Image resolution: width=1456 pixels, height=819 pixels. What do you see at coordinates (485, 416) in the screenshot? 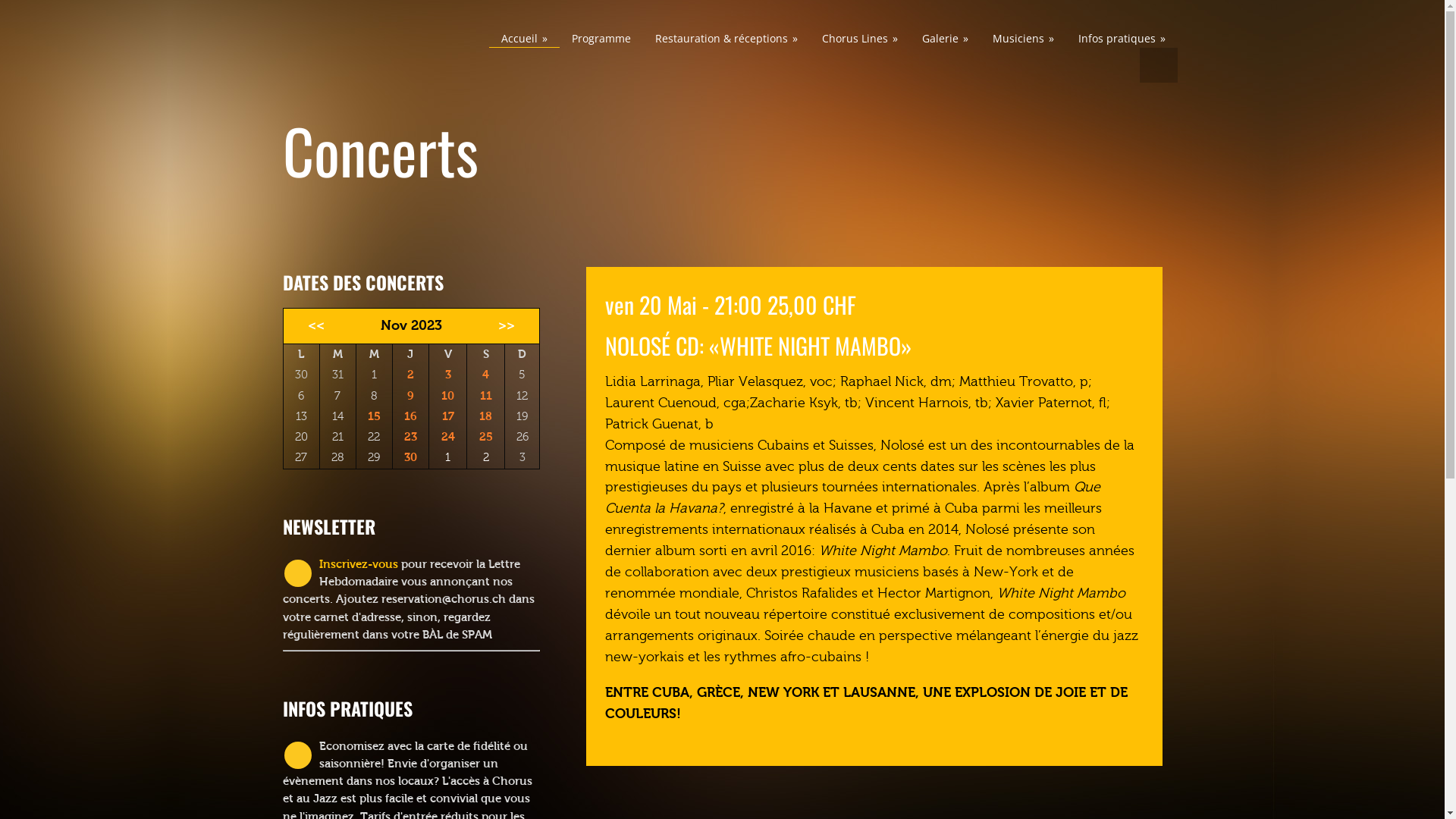
I see `'18'` at bounding box center [485, 416].